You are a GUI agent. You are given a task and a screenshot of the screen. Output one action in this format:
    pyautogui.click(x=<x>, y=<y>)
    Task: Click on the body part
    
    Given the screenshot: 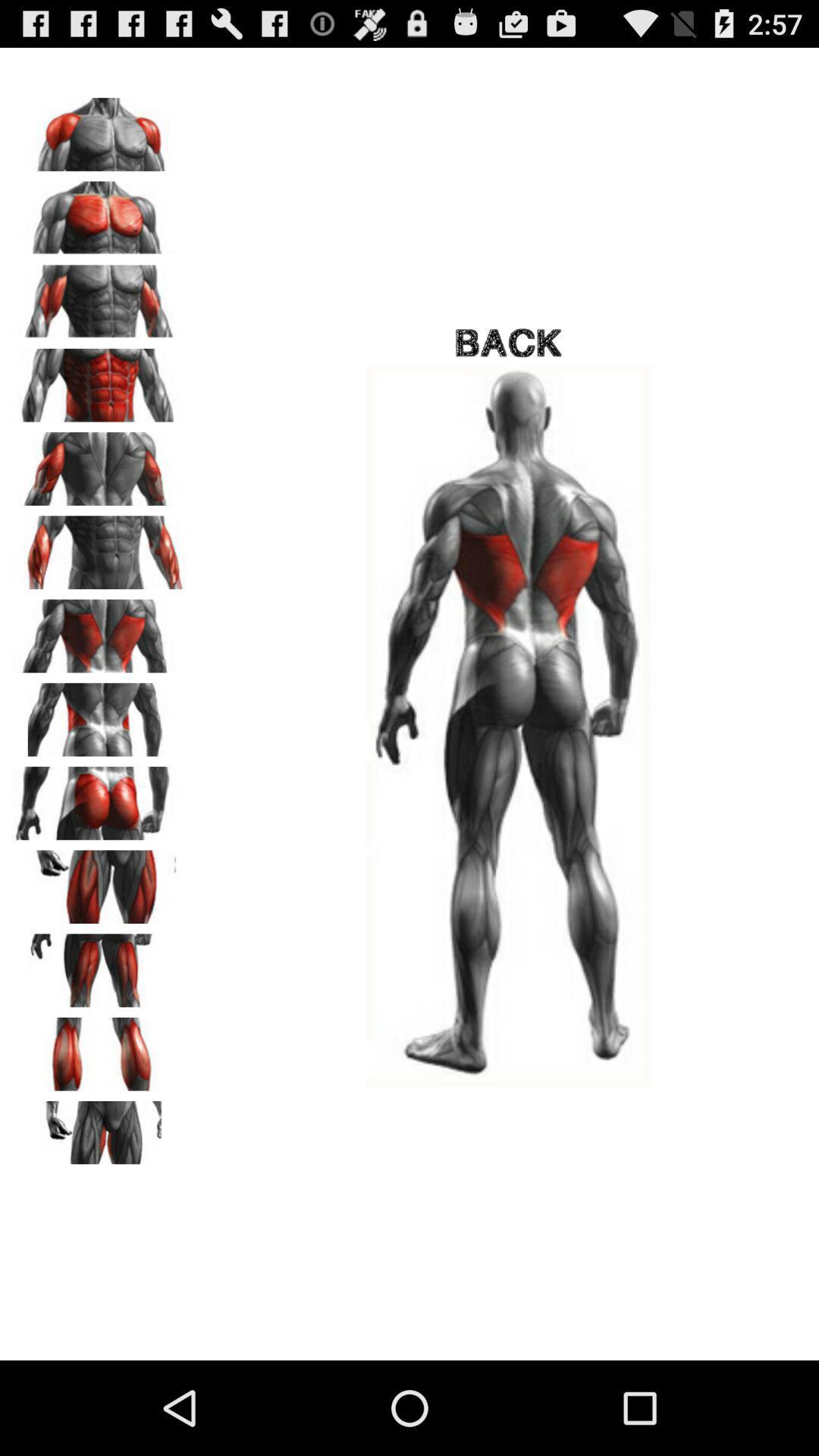 What is the action you would take?
    pyautogui.click(x=99, y=380)
    